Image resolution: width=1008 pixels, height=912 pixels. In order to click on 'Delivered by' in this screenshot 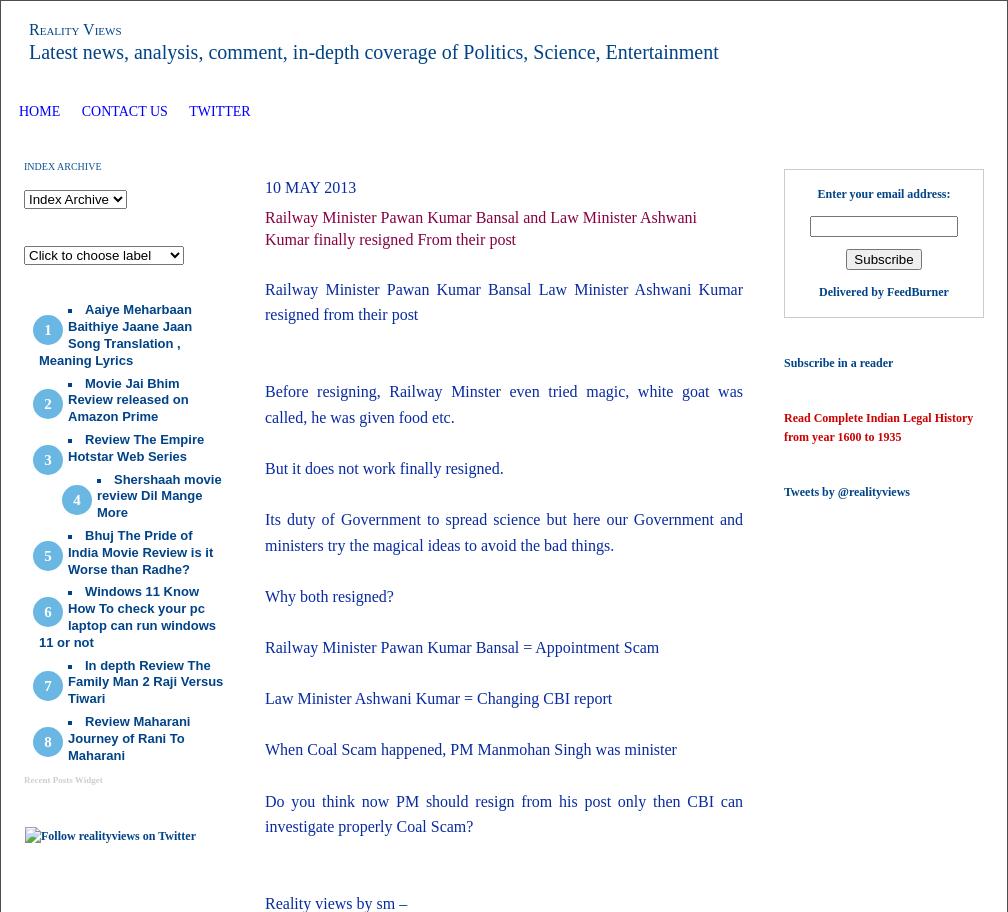, I will do `click(852, 290)`.